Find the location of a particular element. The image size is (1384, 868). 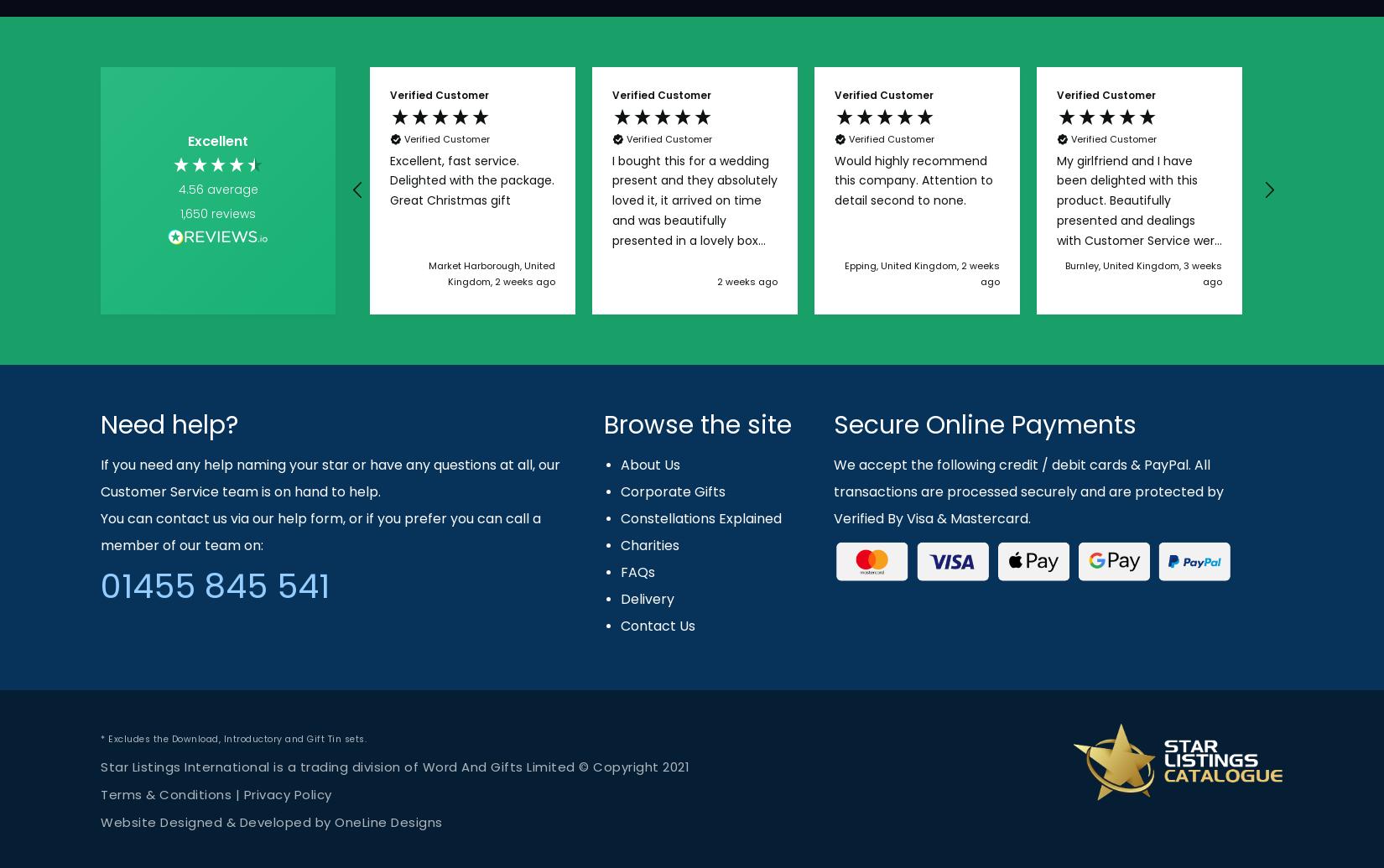

'5 days ago' is located at coordinates (83, 281).